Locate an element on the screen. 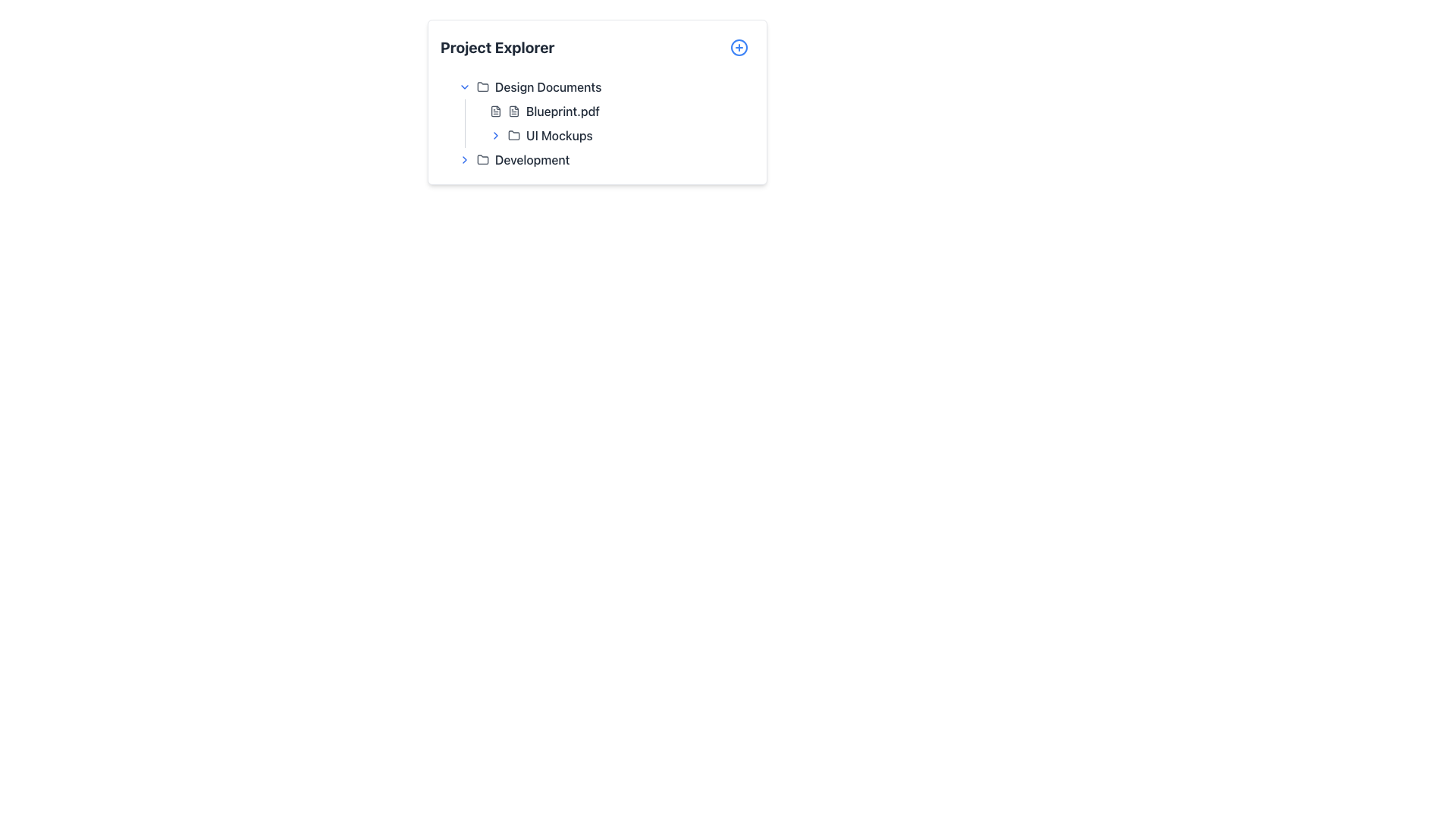  text label indicating the purpose of the item within the 'Project Explorer' under the 'Design Documents' folder is located at coordinates (558, 134).